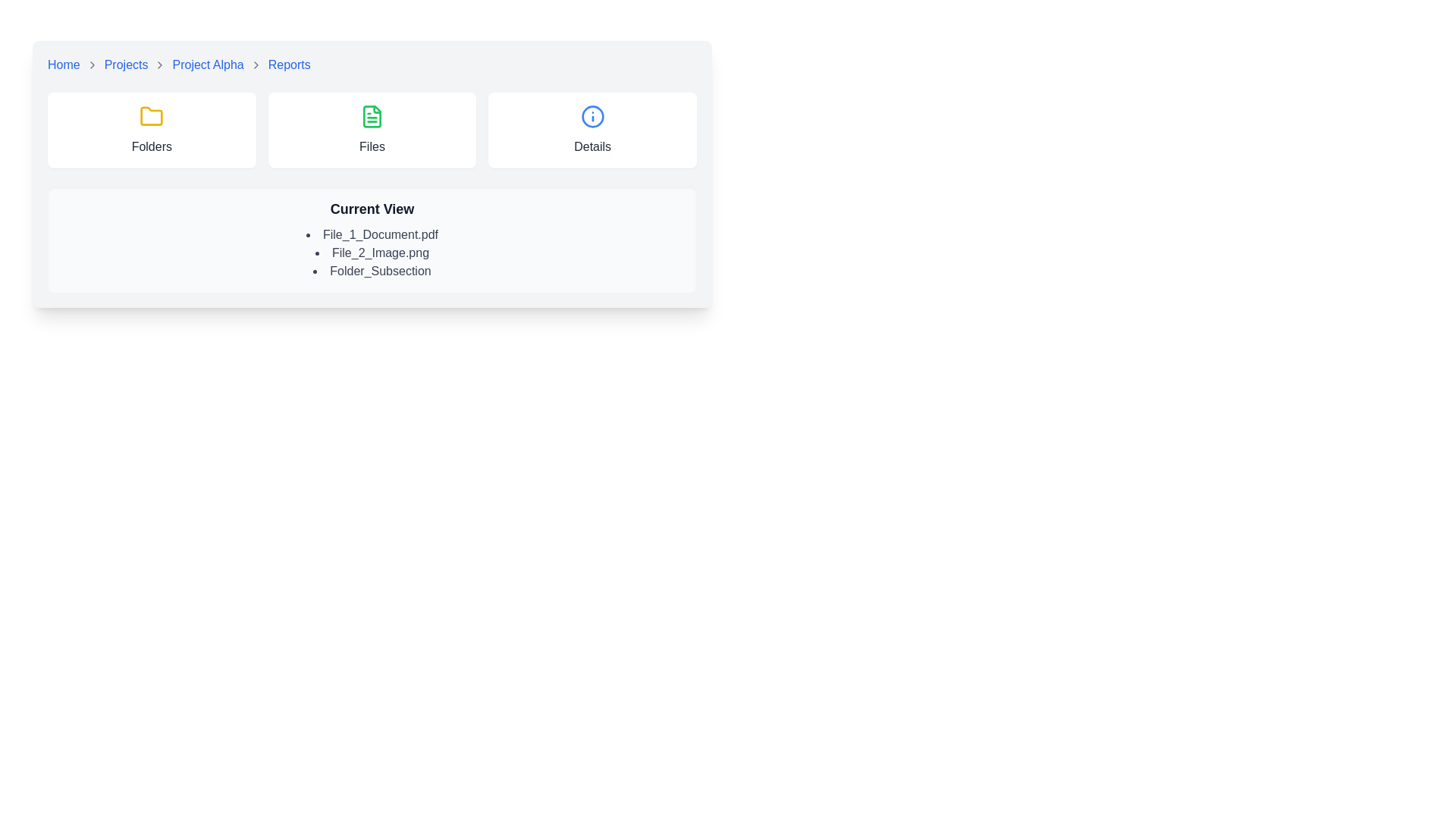 The image size is (1456, 819). Describe the element at coordinates (63, 64) in the screenshot. I see `the 'Home' text link in the breadcrumb navigation` at that location.